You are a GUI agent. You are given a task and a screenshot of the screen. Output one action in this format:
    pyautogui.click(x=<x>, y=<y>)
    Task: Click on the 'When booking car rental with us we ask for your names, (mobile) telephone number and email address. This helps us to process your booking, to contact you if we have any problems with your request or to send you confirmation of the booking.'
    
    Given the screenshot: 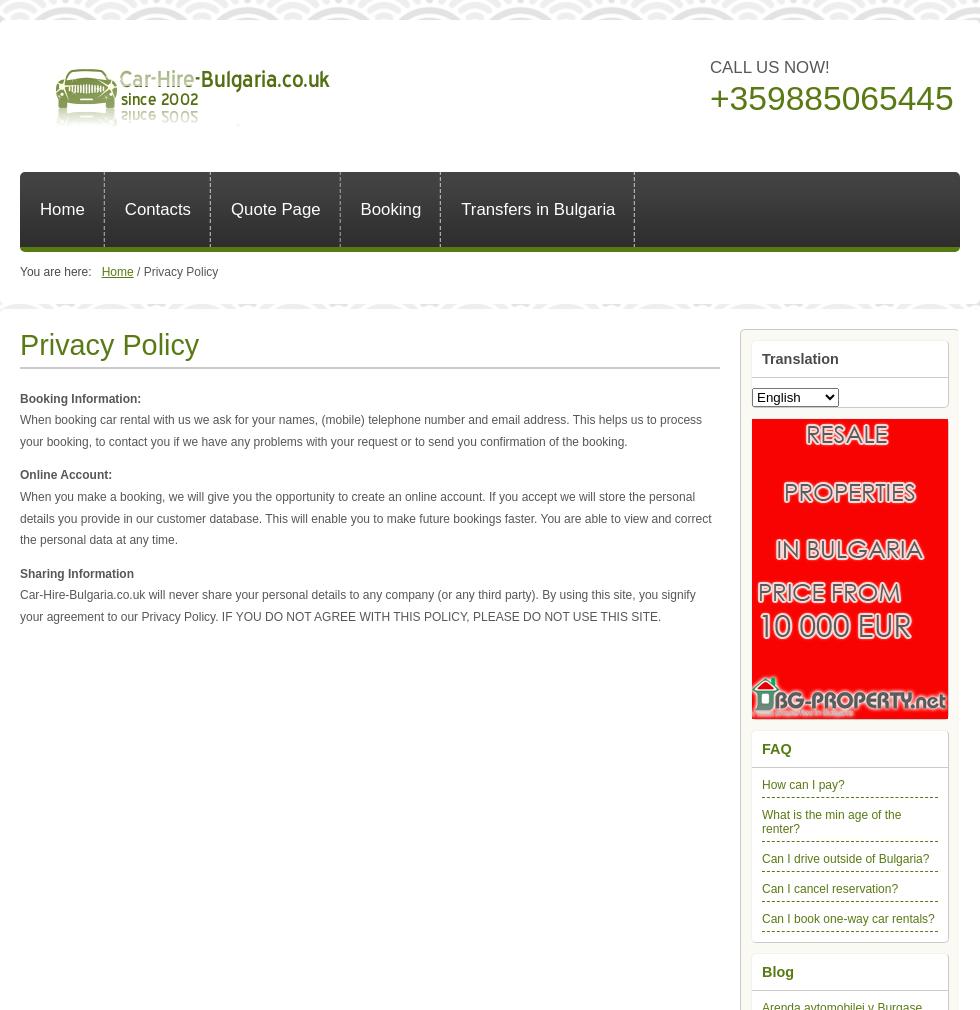 What is the action you would take?
    pyautogui.click(x=361, y=430)
    